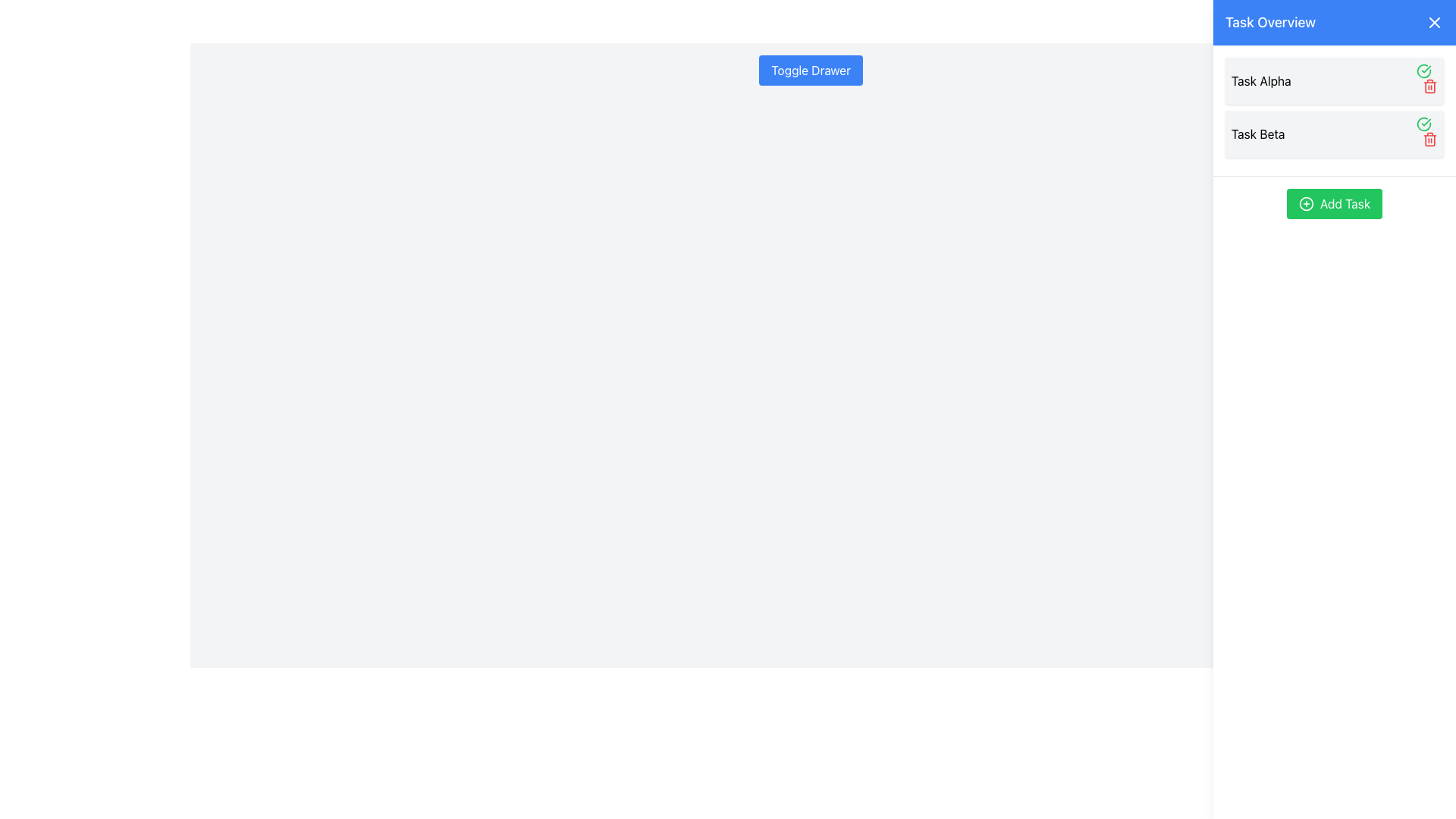 This screenshot has height=819, width=1456. What do you see at coordinates (1433, 23) in the screenshot?
I see `the Close Button (Icon) located in the top-right corner of the 'Task Overview' panel` at bounding box center [1433, 23].